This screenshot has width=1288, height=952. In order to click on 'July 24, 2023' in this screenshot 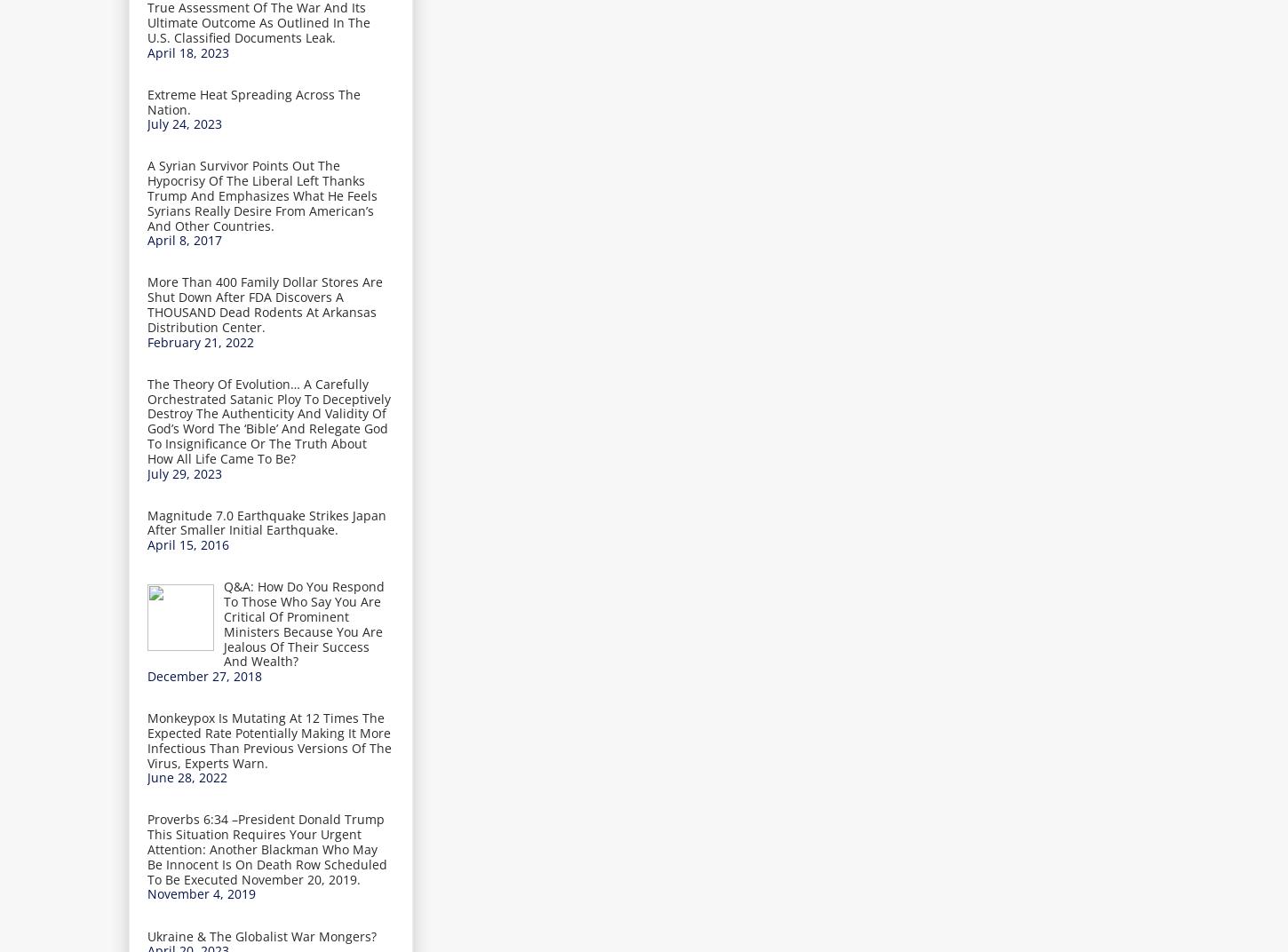, I will do `click(183, 123)`.